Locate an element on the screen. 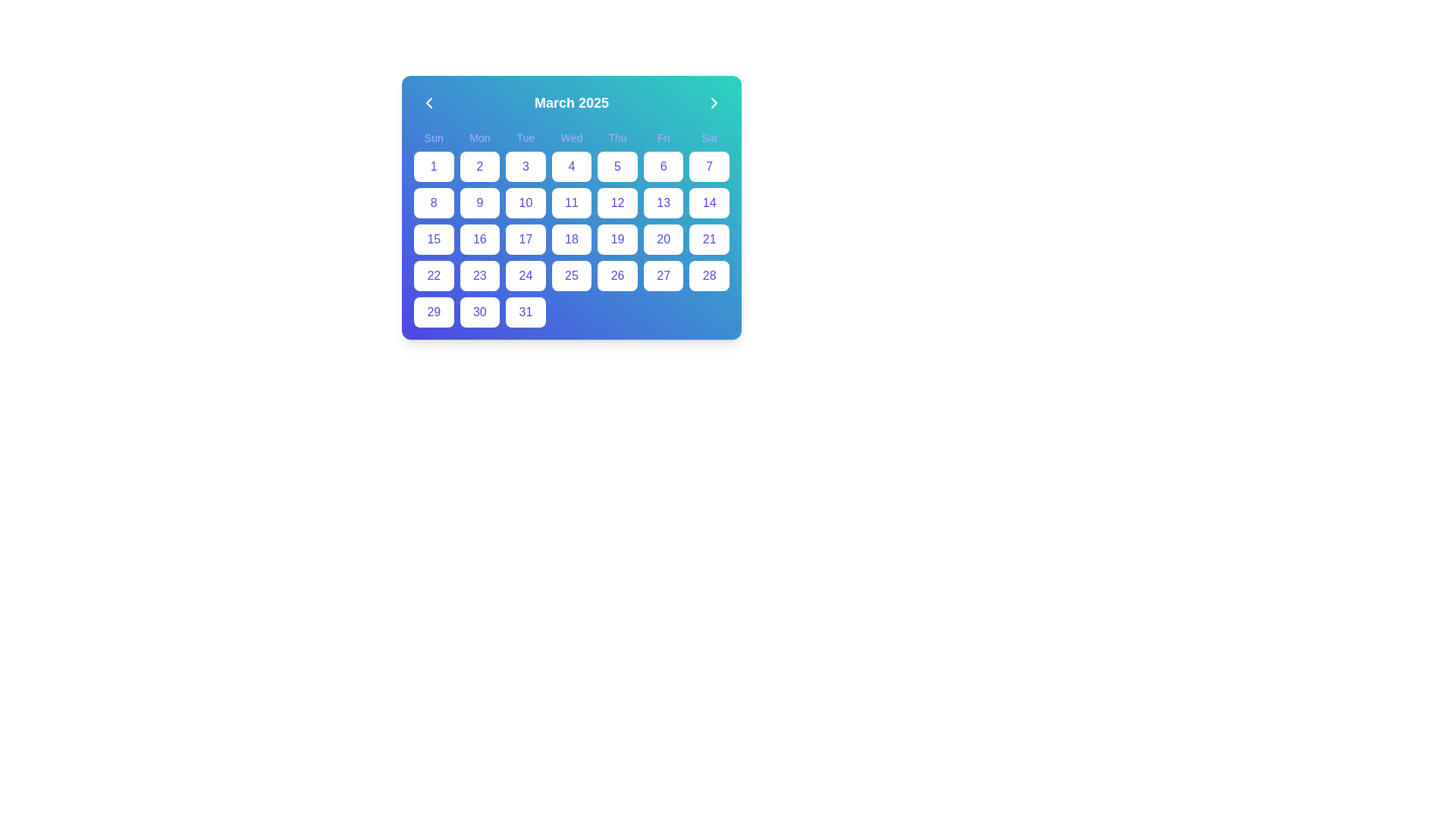  the rightmost button in the header bar that is adjacent to the 'March 2025' text to observe the background change effect is located at coordinates (713, 102).